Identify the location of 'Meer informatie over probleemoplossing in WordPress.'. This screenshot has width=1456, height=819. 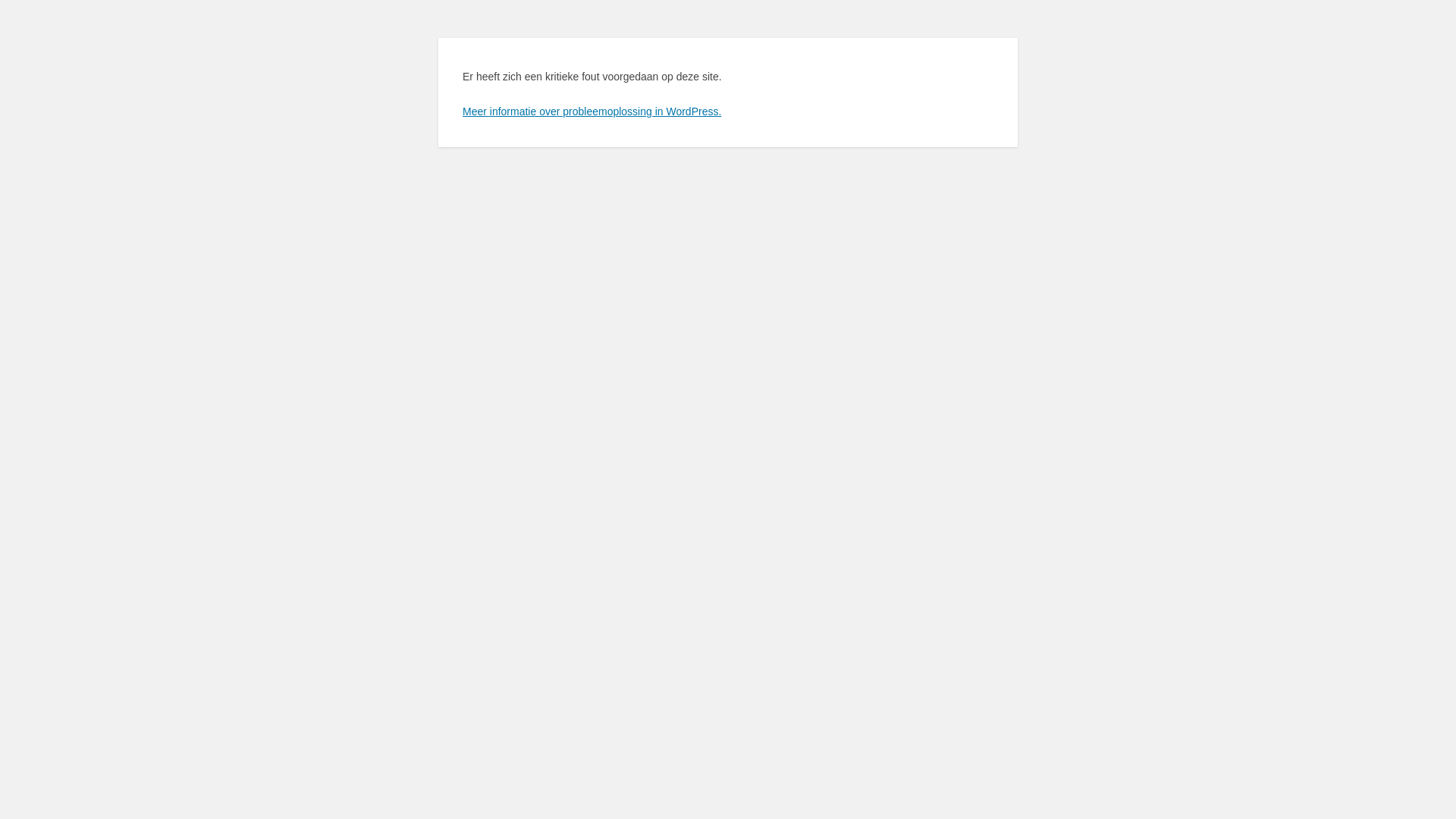
(591, 110).